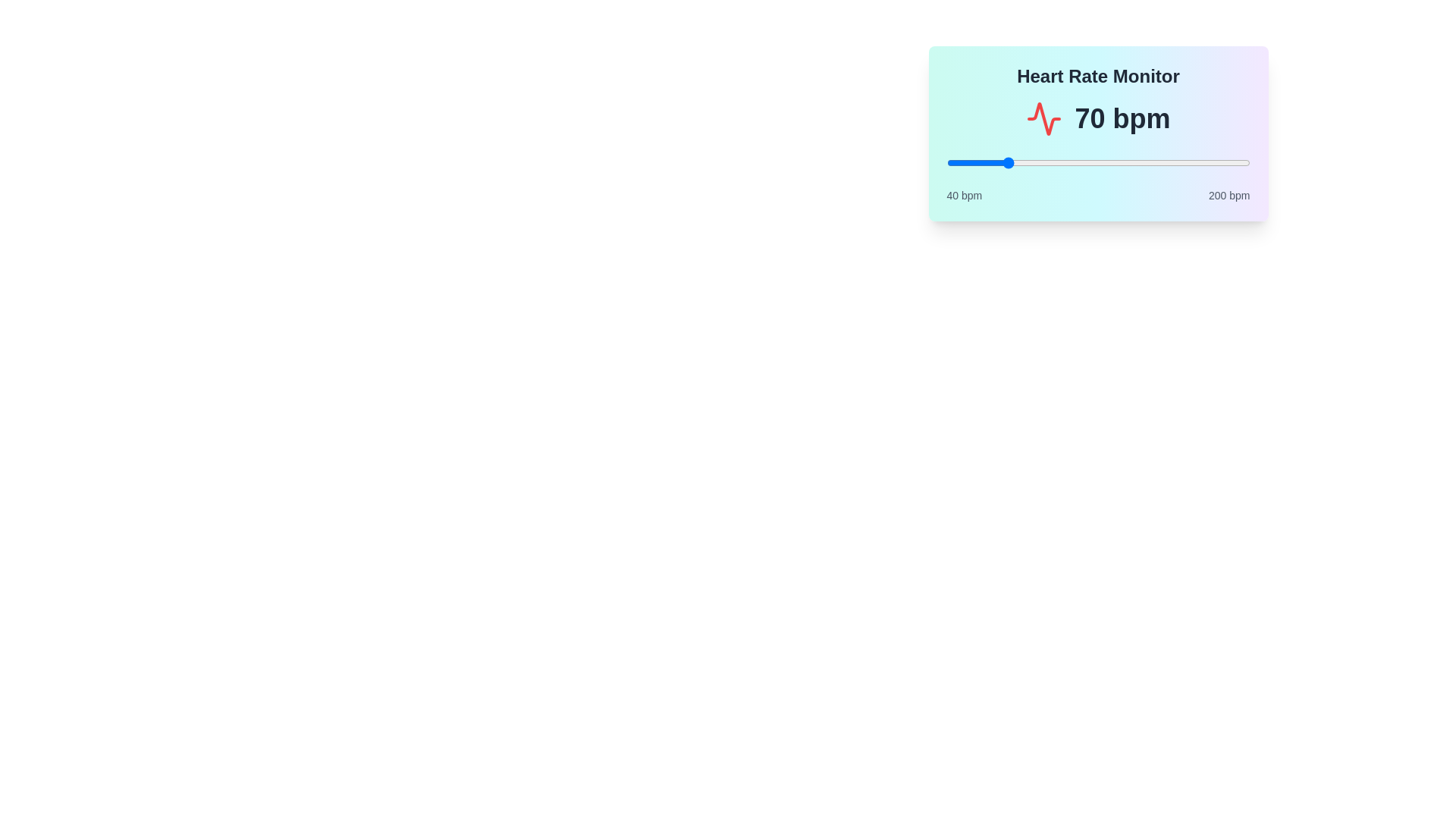 The image size is (1456, 819). What do you see at coordinates (1235, 163) in the screenshot?
I see `the heart rate slider to 192 bpm` at bounding box center [1235, 163].